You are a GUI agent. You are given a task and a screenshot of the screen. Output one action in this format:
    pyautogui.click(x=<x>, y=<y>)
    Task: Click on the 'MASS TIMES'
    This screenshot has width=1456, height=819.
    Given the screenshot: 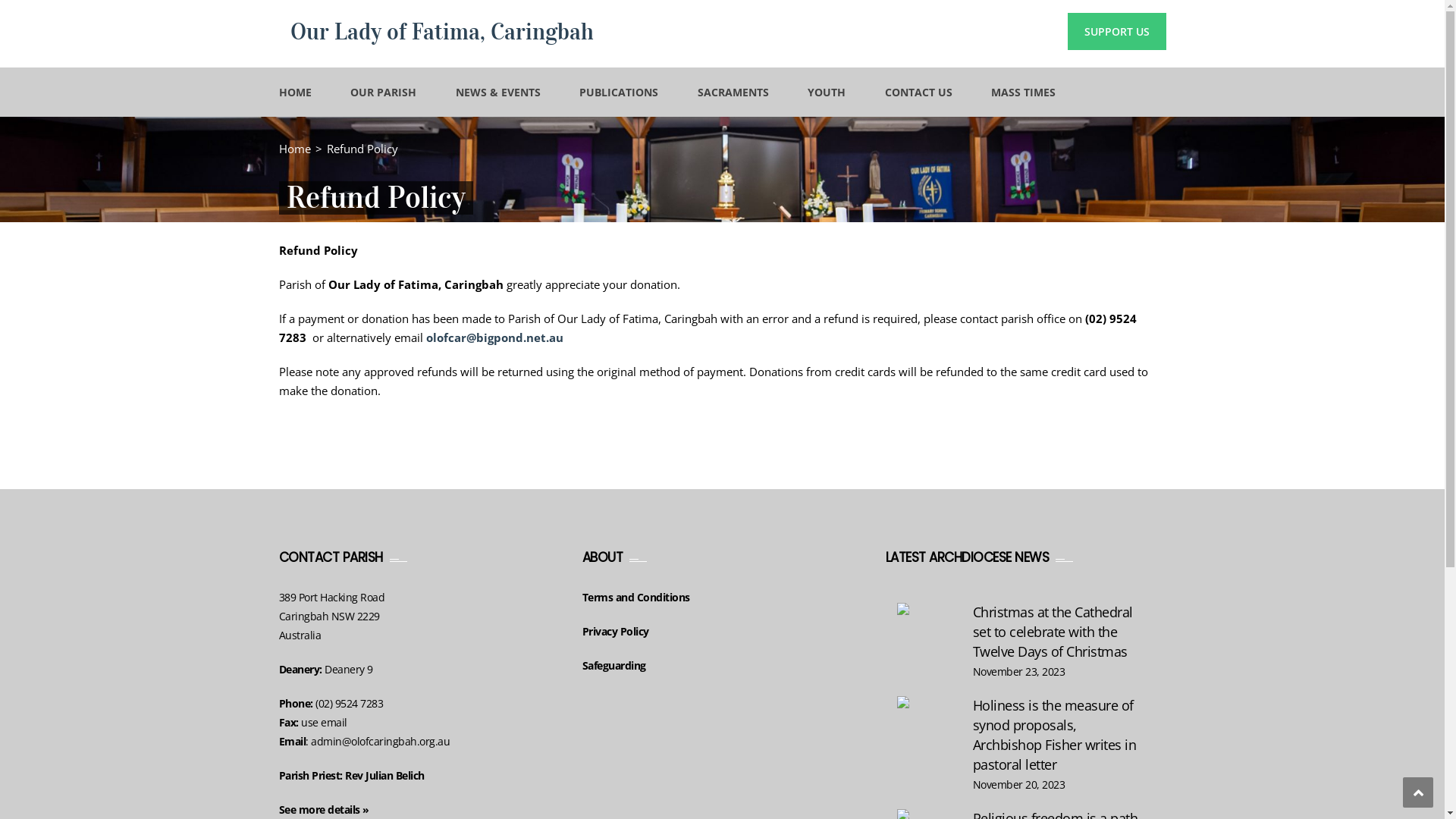 What is the action you would take?
    pyautogui.click(x=1023, y=92)
    